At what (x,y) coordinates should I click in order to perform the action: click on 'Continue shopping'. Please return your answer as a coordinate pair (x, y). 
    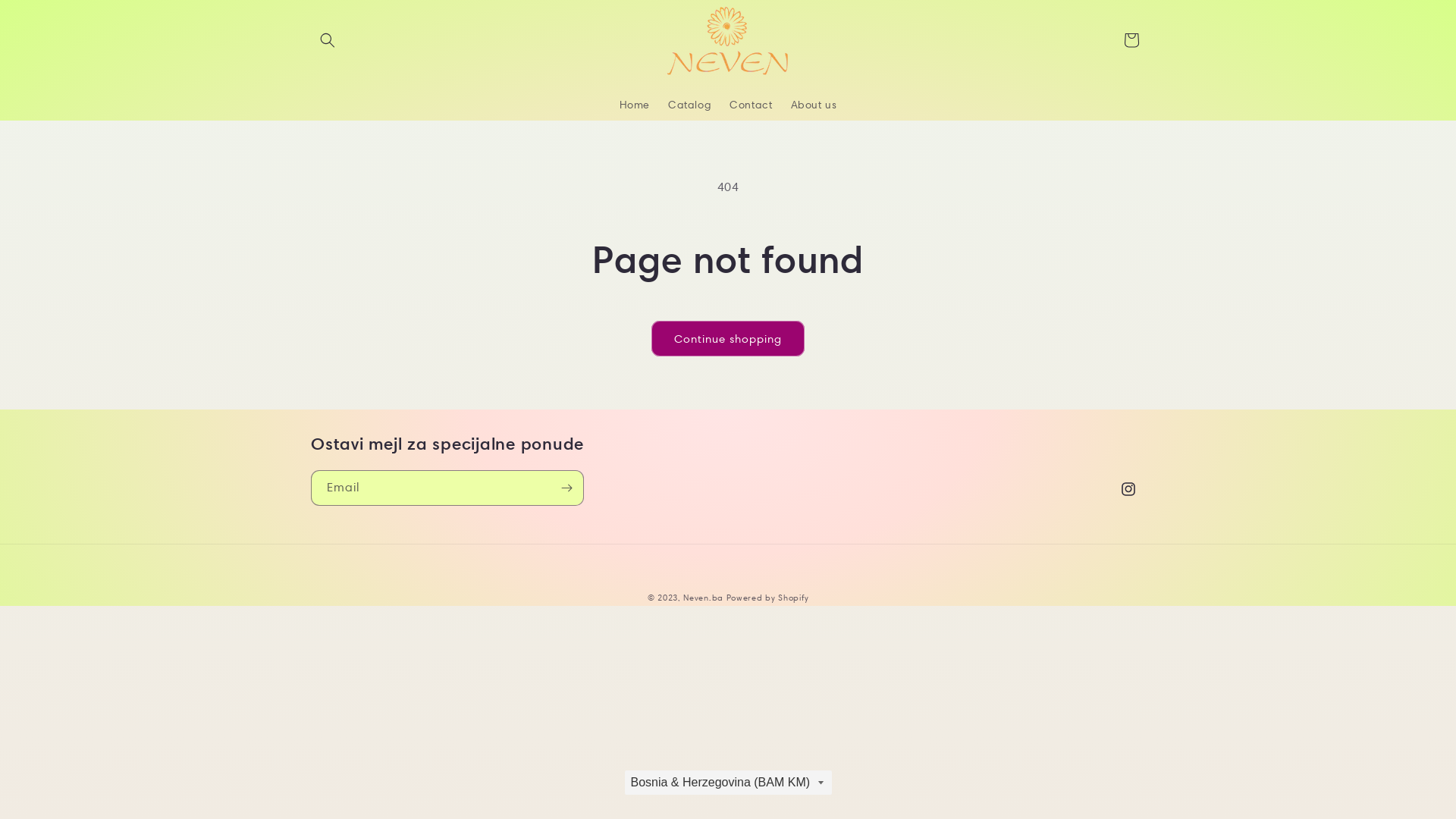
    Looking at the image, I should click on (728, 337).